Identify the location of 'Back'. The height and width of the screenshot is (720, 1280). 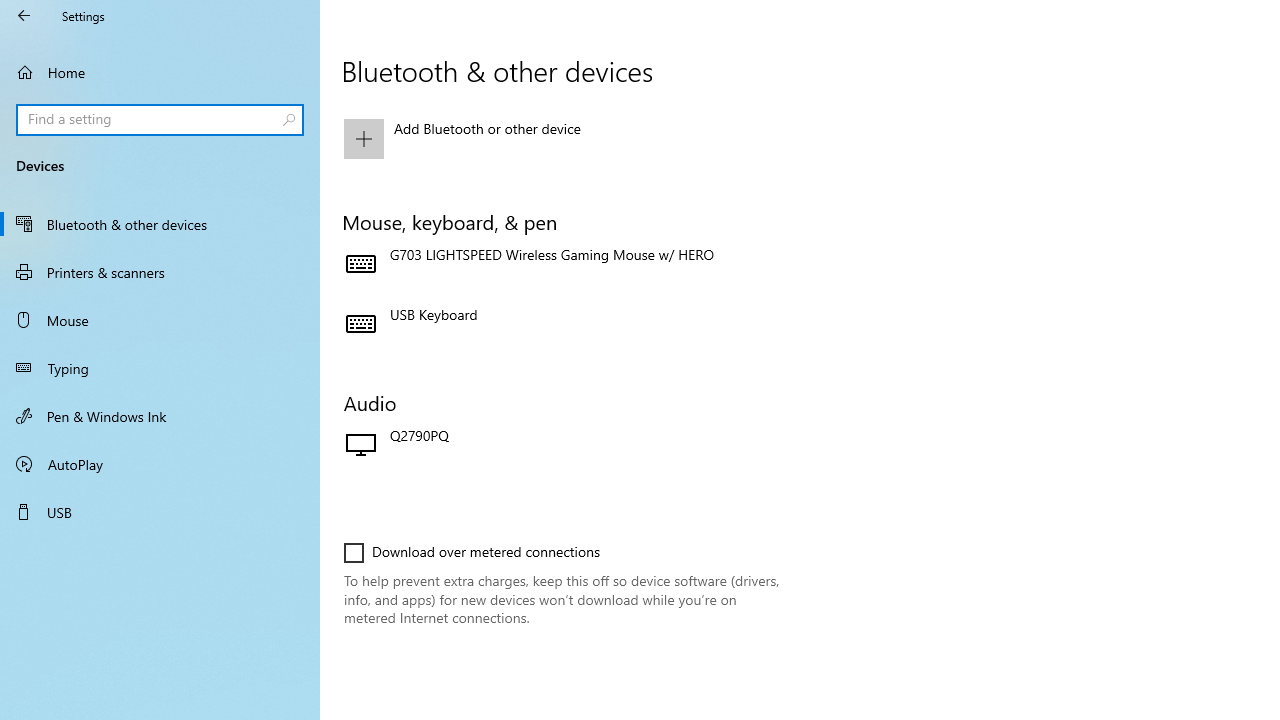
(24, 15).